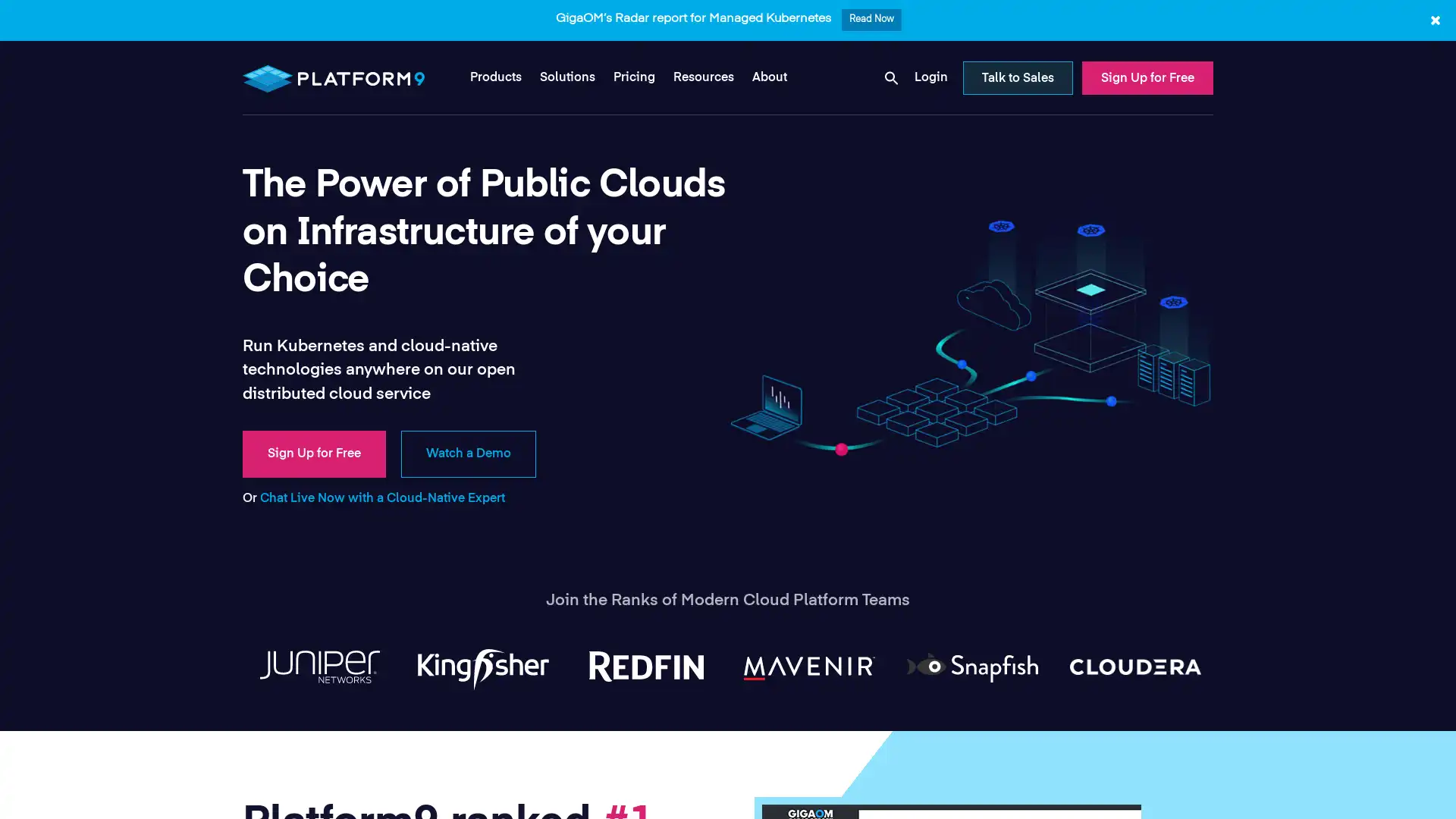 The height and width of the screenshot is (819, 1456). What do you see at coordinates (930, 111) in the screenshot?
I see `Search` at bounding box center [930, 111].